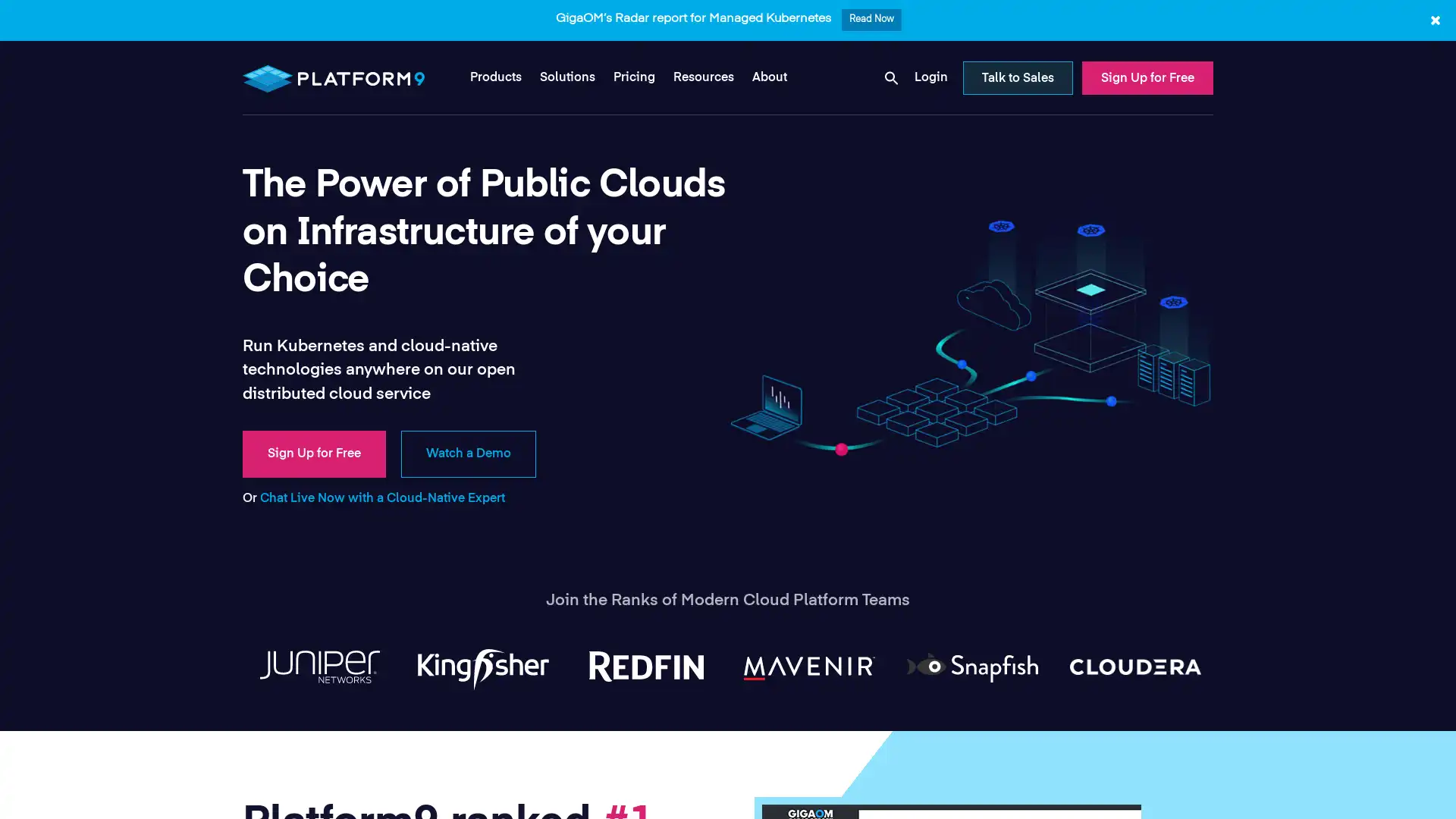 The height and width of the screenshot is (819, 1456). What do you see at coordinates (930, 111) in the screenshot?
I see `Search` at bounding box center [930, 111].